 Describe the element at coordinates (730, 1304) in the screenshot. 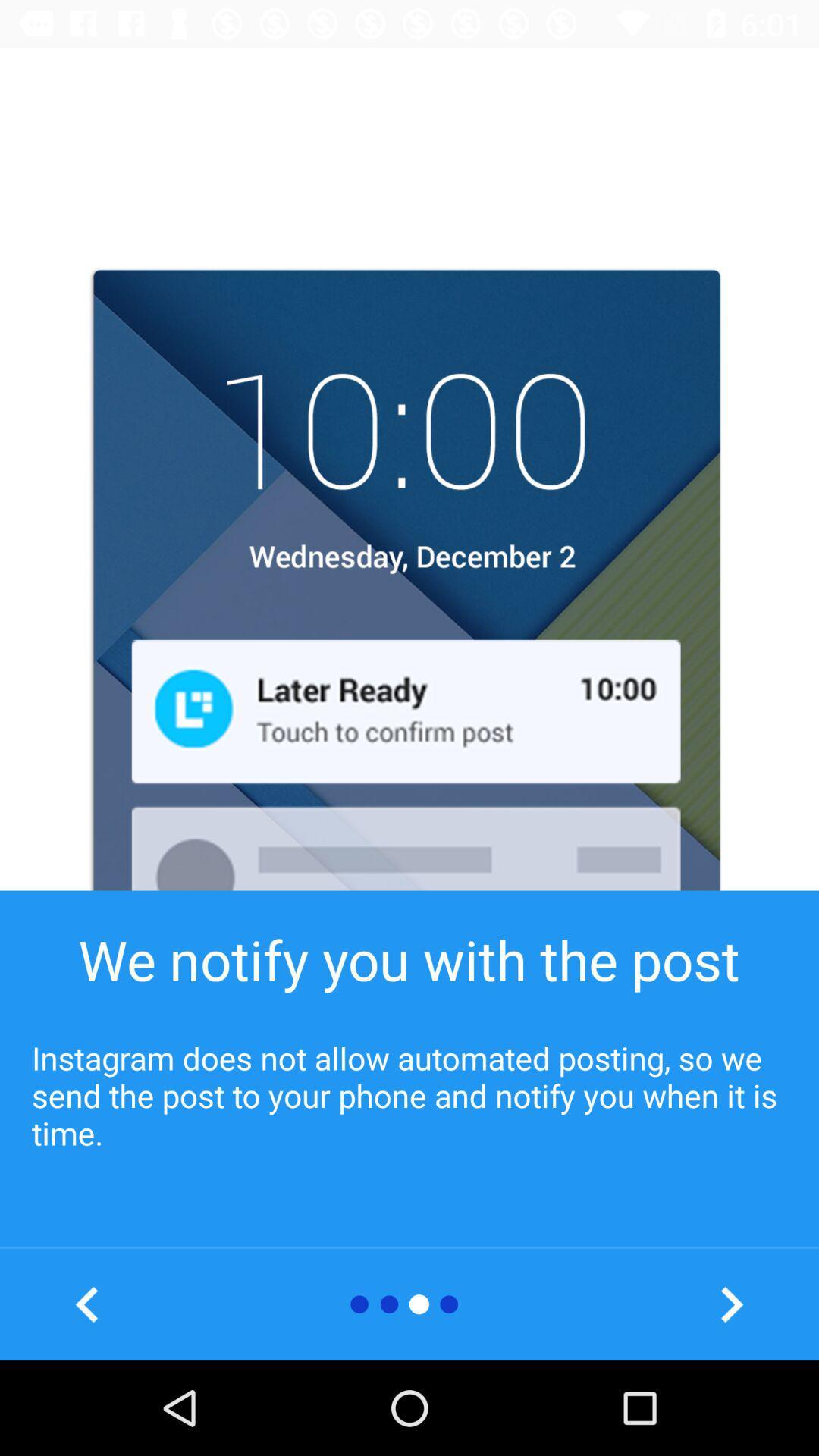

I see `next page` at that location.